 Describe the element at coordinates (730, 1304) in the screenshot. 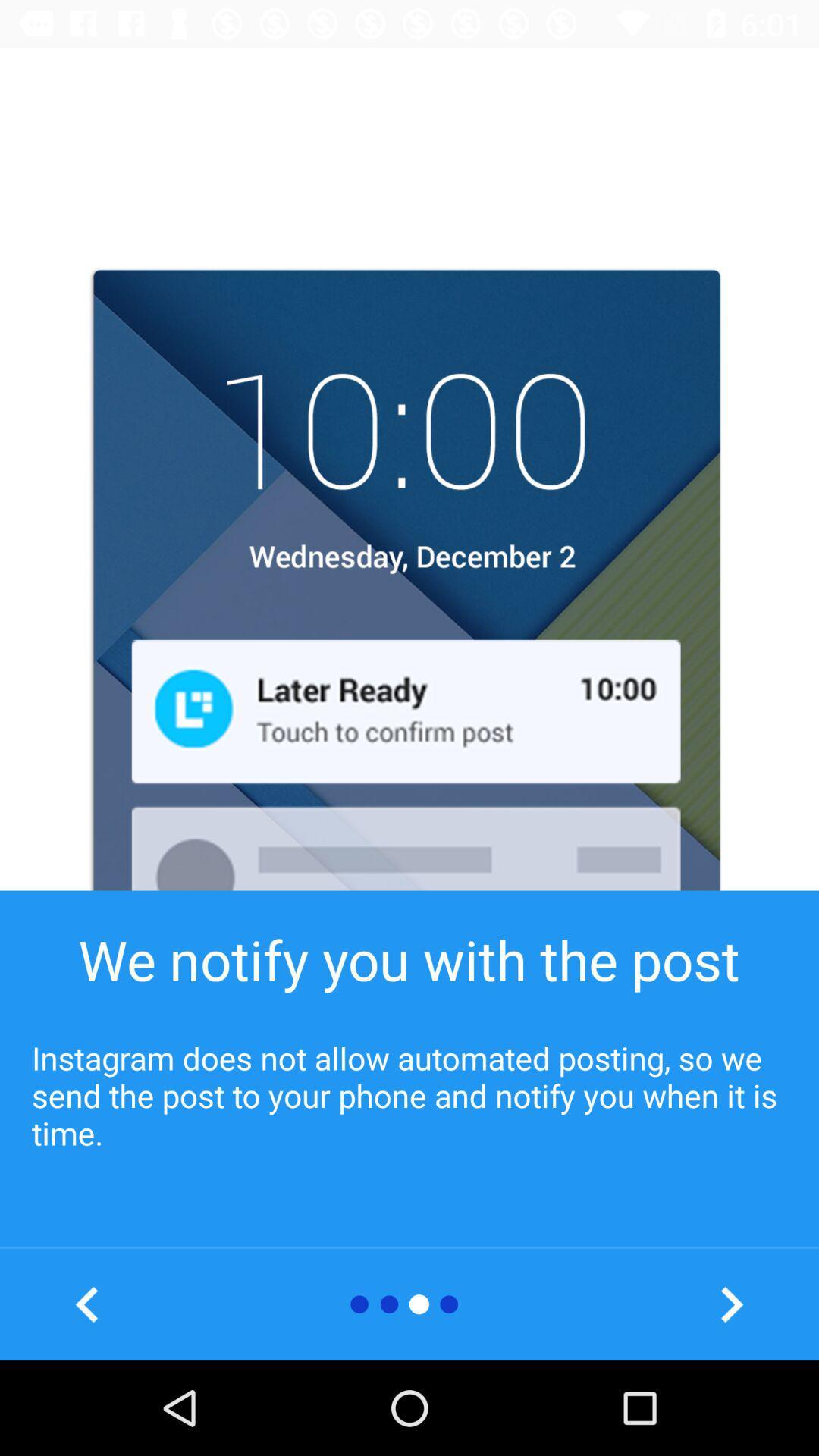

I see `next page` at that location.